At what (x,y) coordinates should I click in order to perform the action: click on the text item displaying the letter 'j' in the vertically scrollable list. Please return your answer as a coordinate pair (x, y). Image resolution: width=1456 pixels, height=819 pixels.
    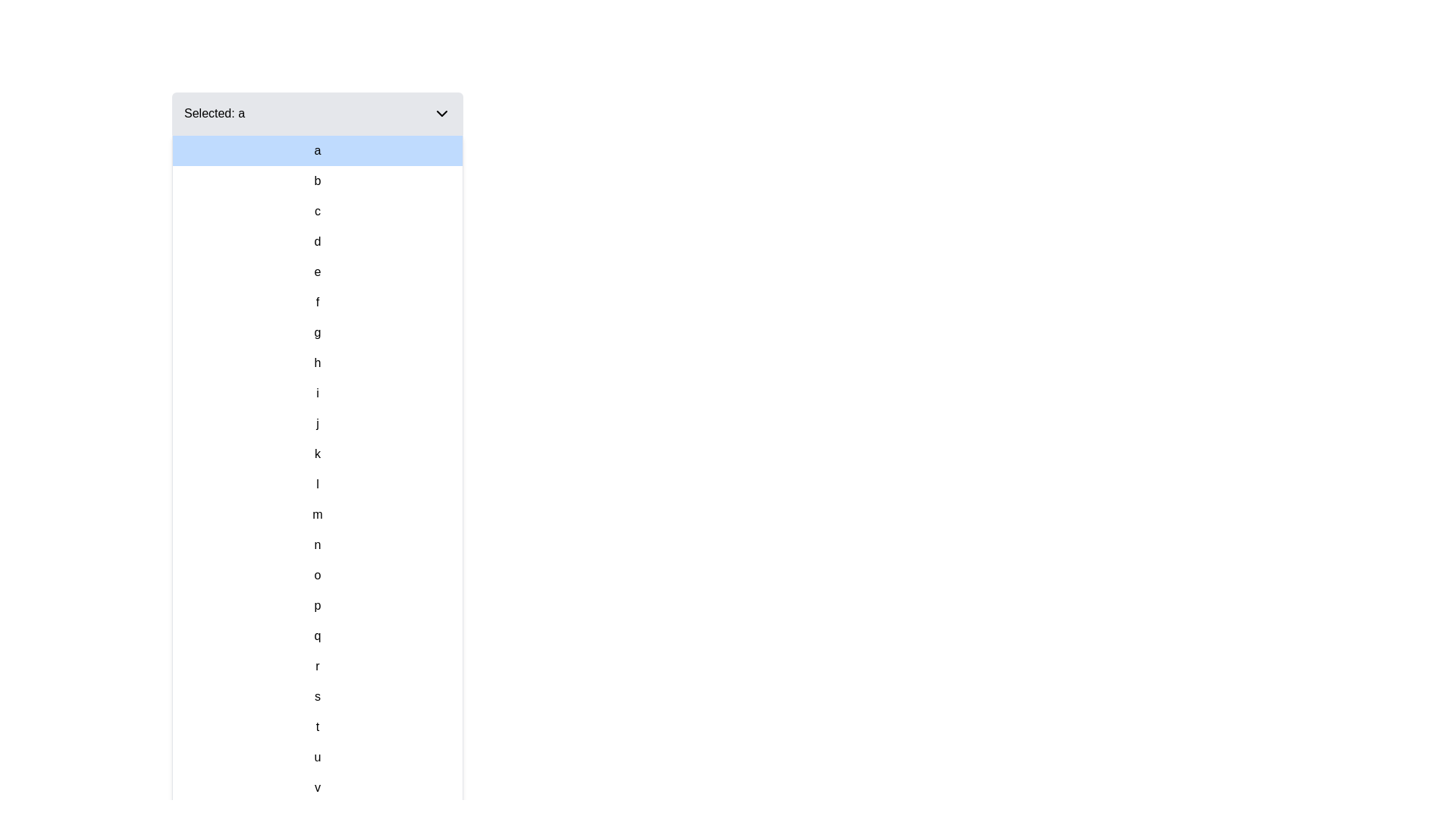
    Looking at the image, I should click on (316, 424).